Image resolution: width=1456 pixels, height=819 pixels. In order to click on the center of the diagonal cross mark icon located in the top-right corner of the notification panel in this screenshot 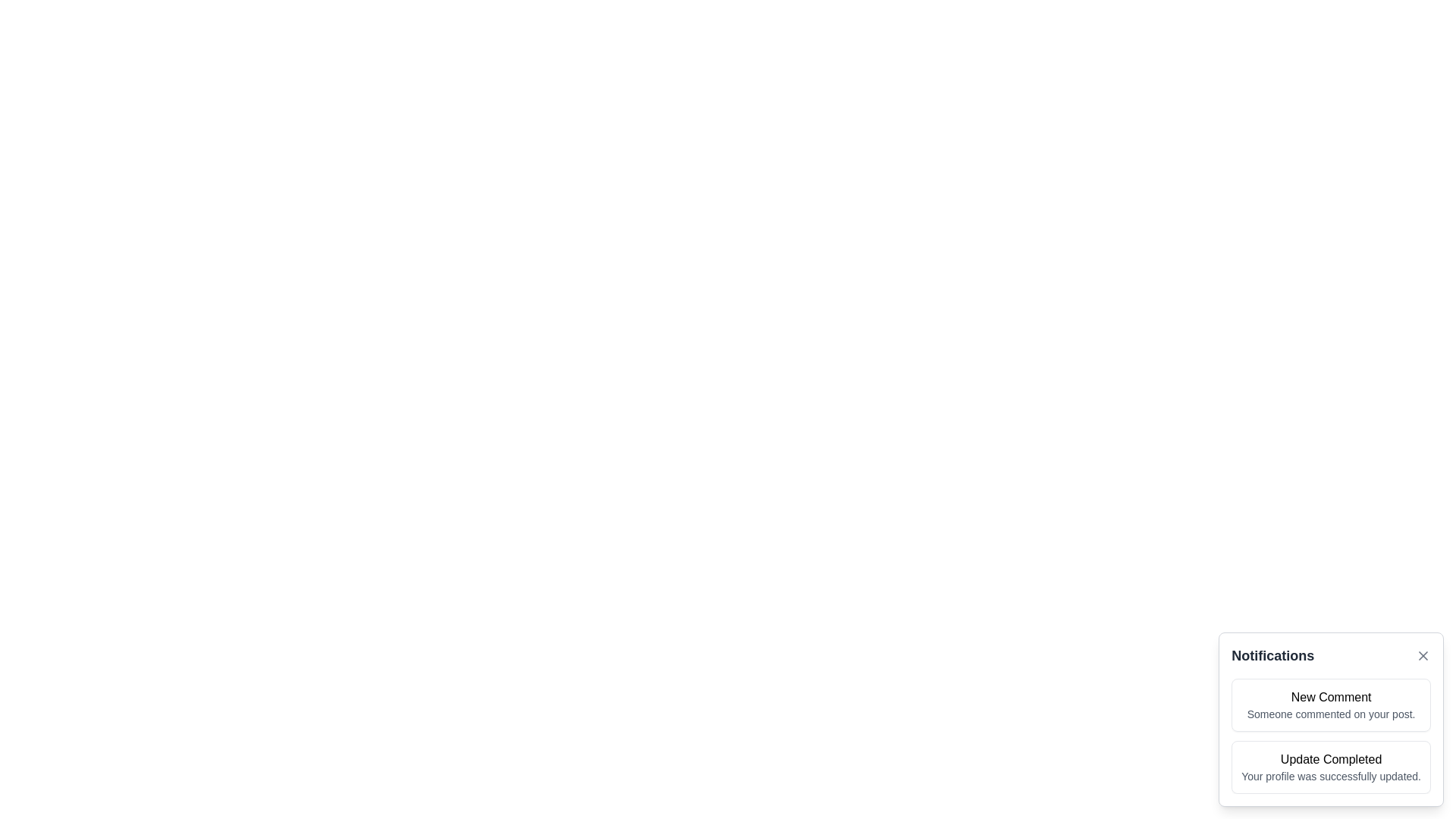, I will do `click(1422, 654)`.